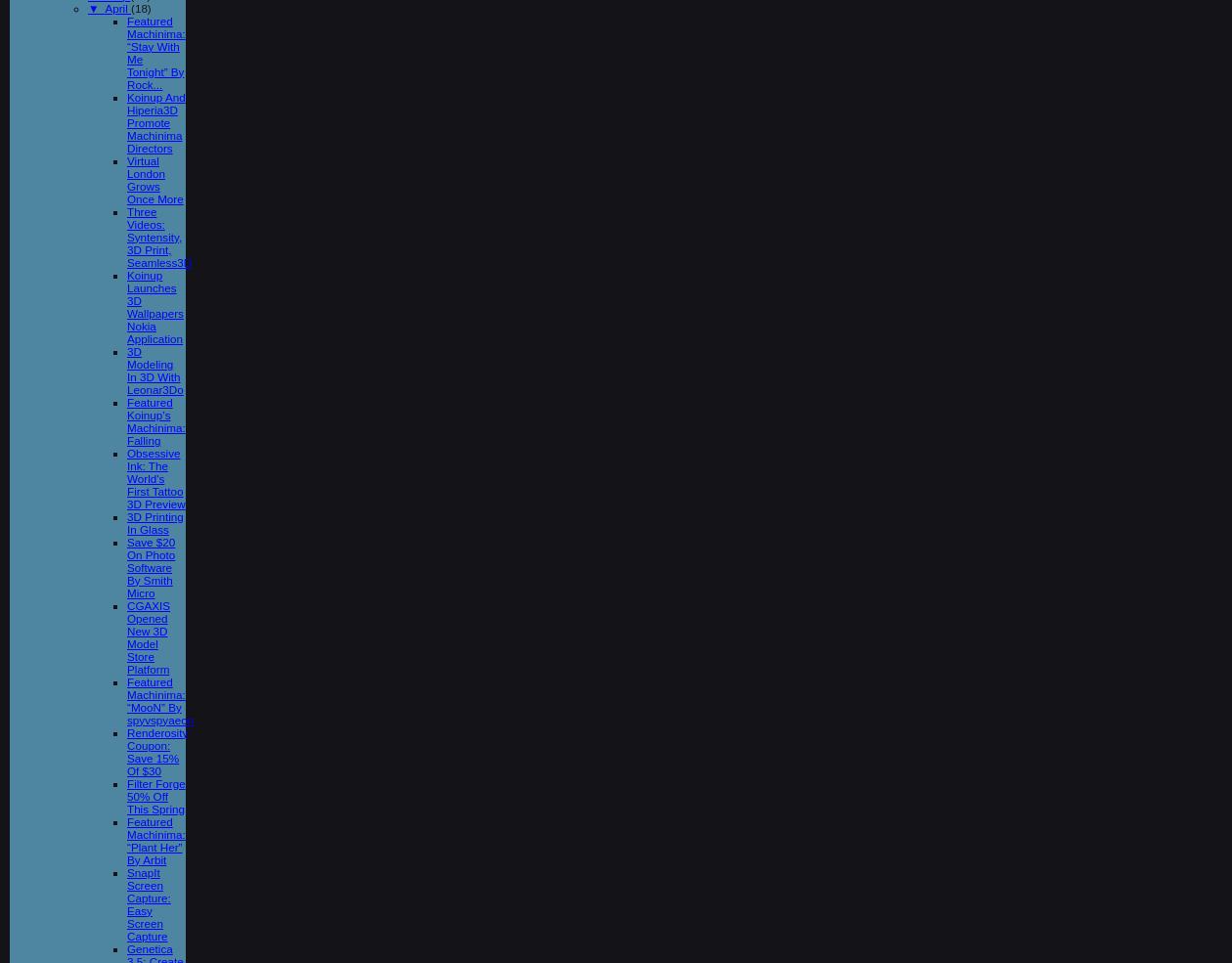 The height and width of the screenshot is (963, 1232). I want to click on 'Filter Forge 50% Off This Spring', so click(155, 794).